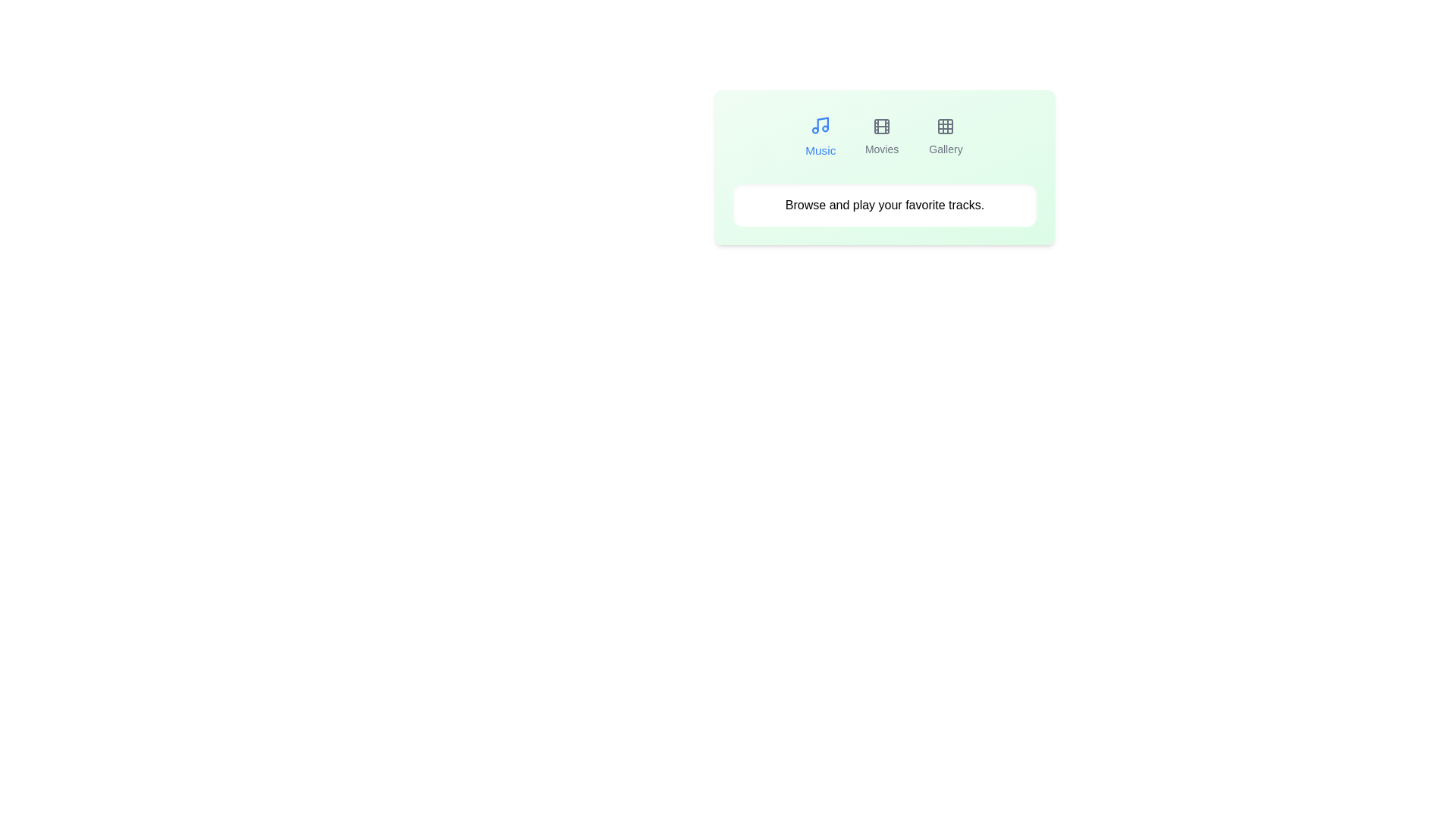 The height and width of the screenshot is (819, 1456). I want to click on the tab button labeled Movies, so click(881, 137).